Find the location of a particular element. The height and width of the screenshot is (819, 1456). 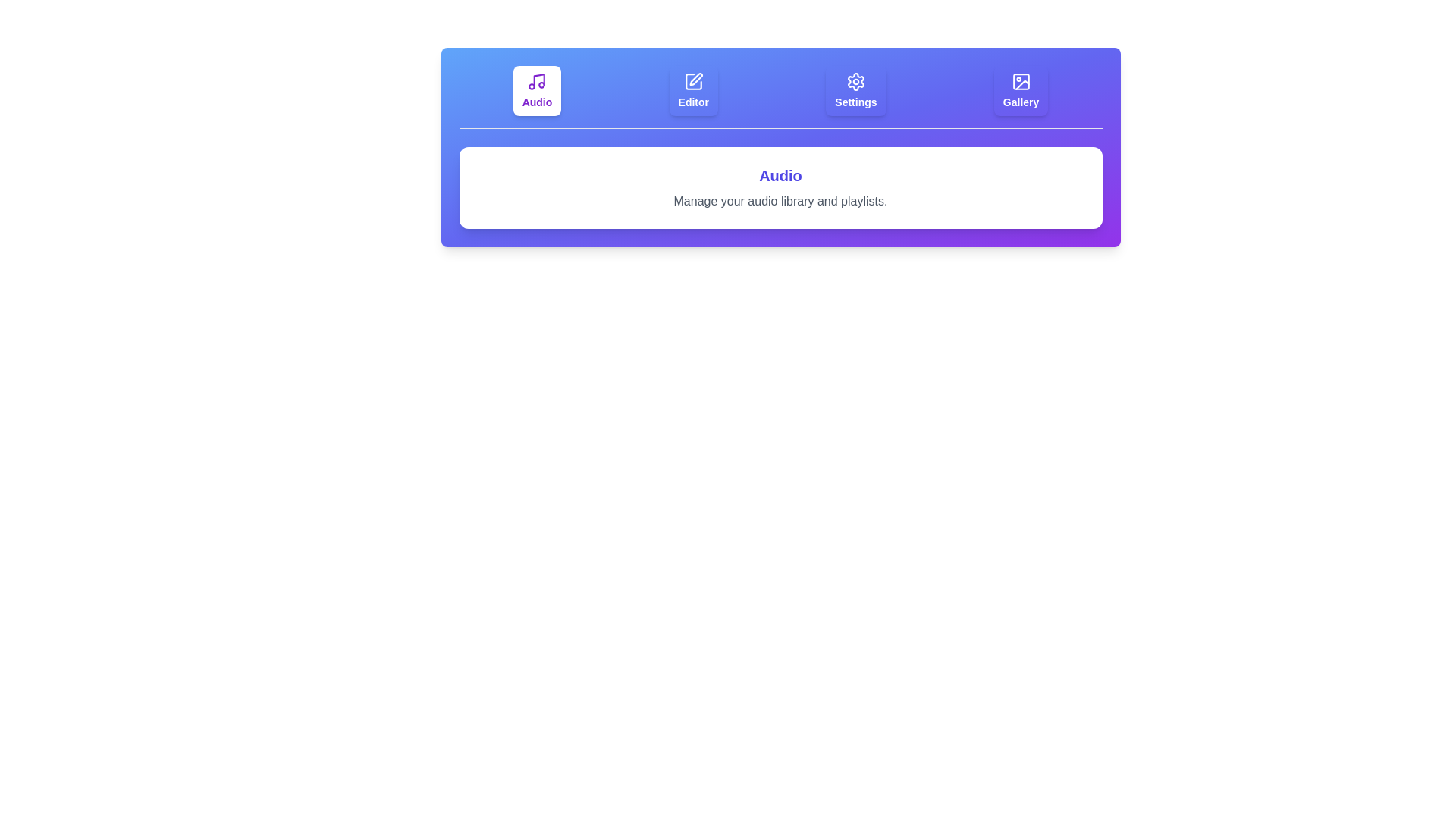

the tab labeled Settings to observe its hover effect is located at coordinates (855, 90).